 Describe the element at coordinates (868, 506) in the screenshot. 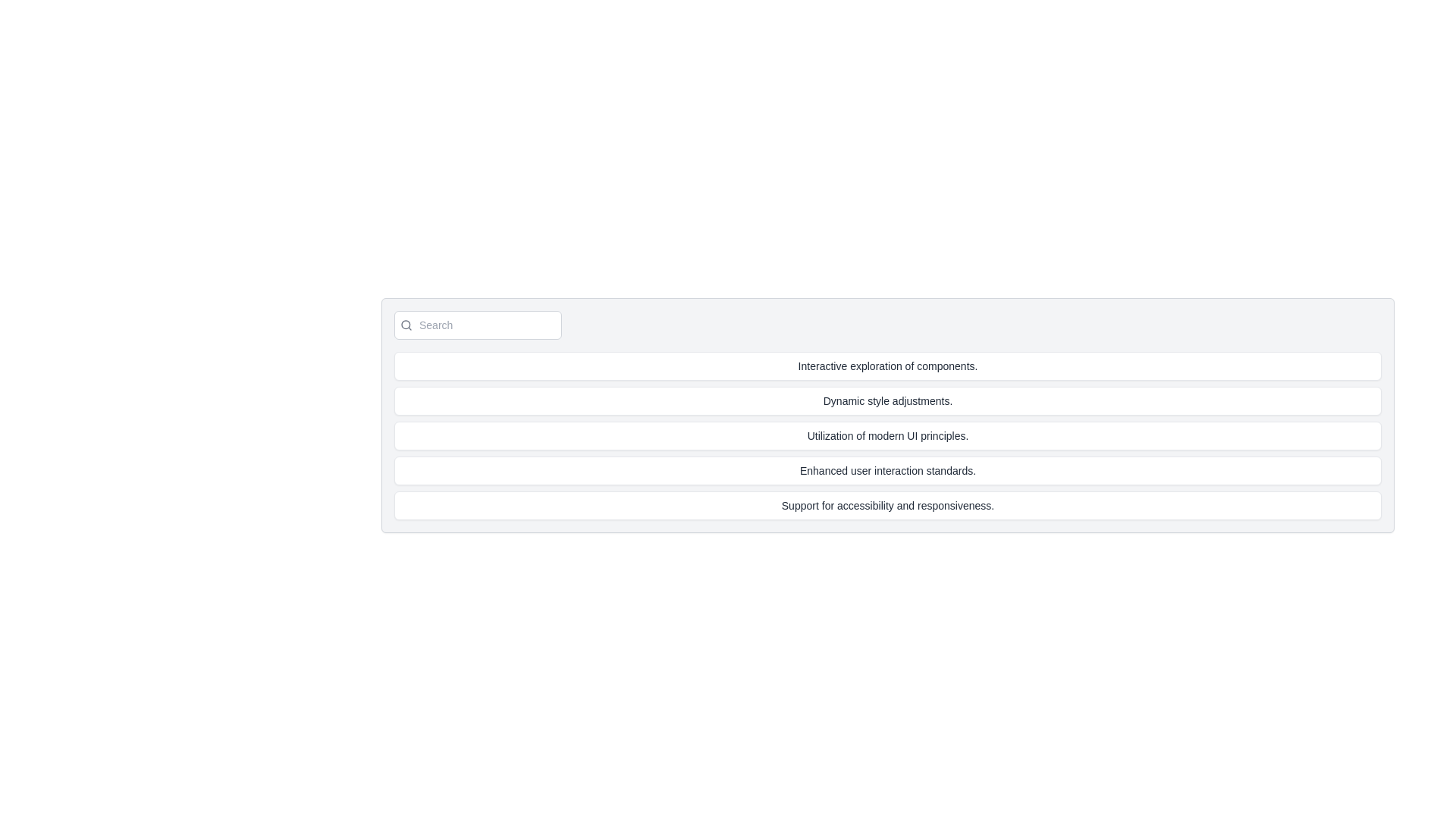

I see `character 's' which is the final letter in the word 'responsiveness', located at the end of the last line of a list of text rows` at that location.